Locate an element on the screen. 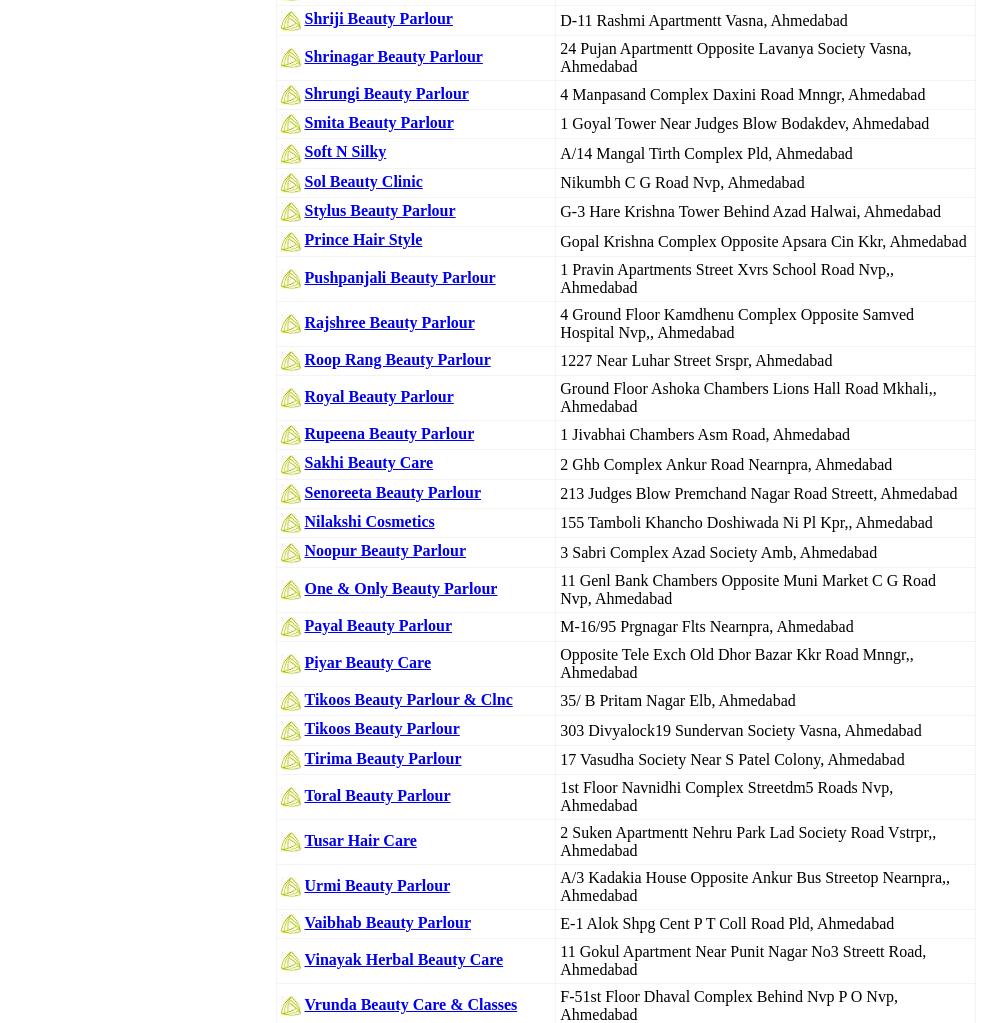 Image resolution: width=1008 pixels, height=1023 pixels. 'Vinayak Herbal Beauty Care' is located at coordinates (403, 959).